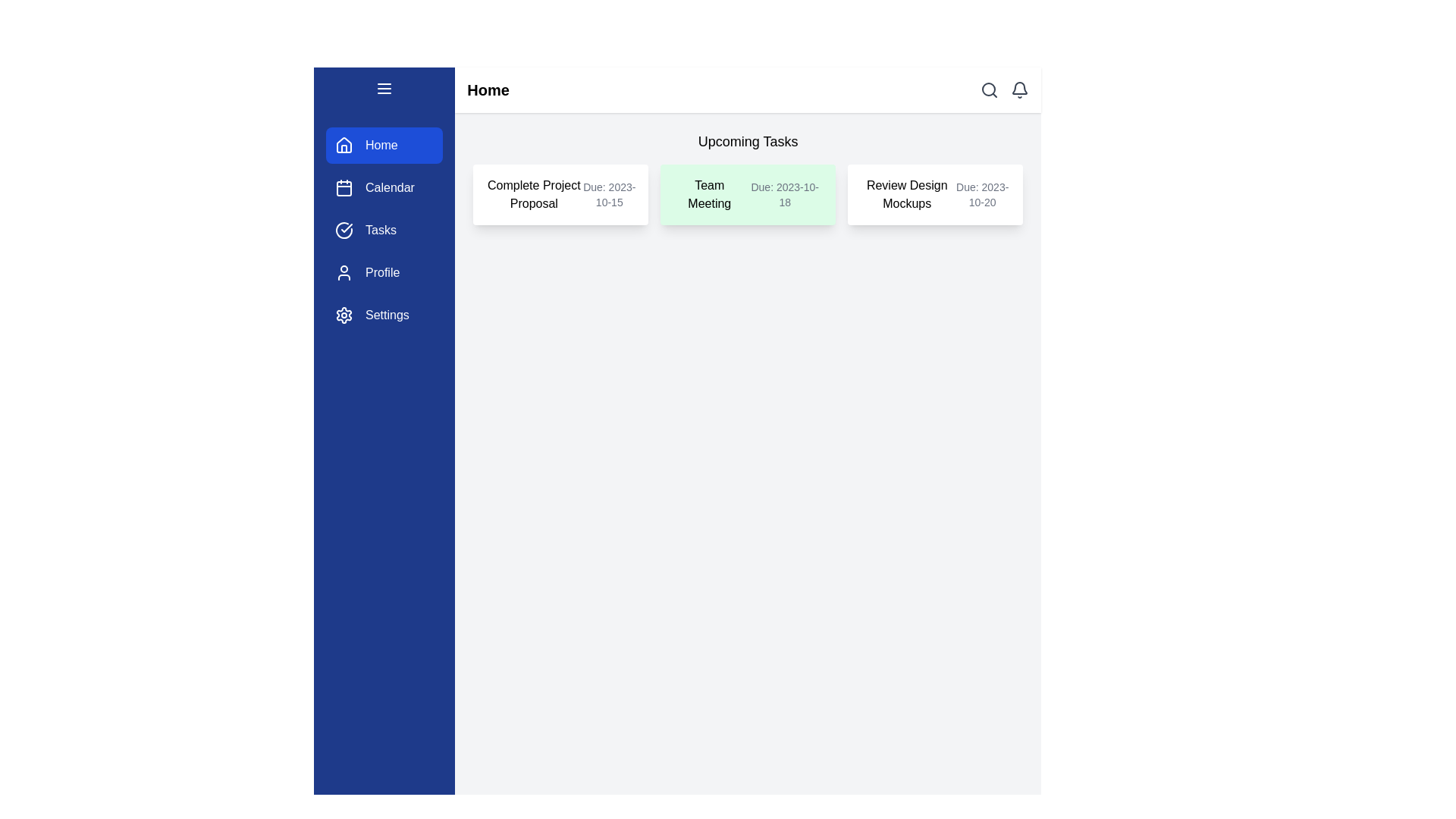  What do you see at coordinates (384, 315) in the screenshot?
I see `the 'Settings' navigation button located at the bottom of the vertical menu, which is the fifth item following 'Home', 'Calendar', 'Tasks', and 'Profile', to change its background color` at bounding box center [384, 315].